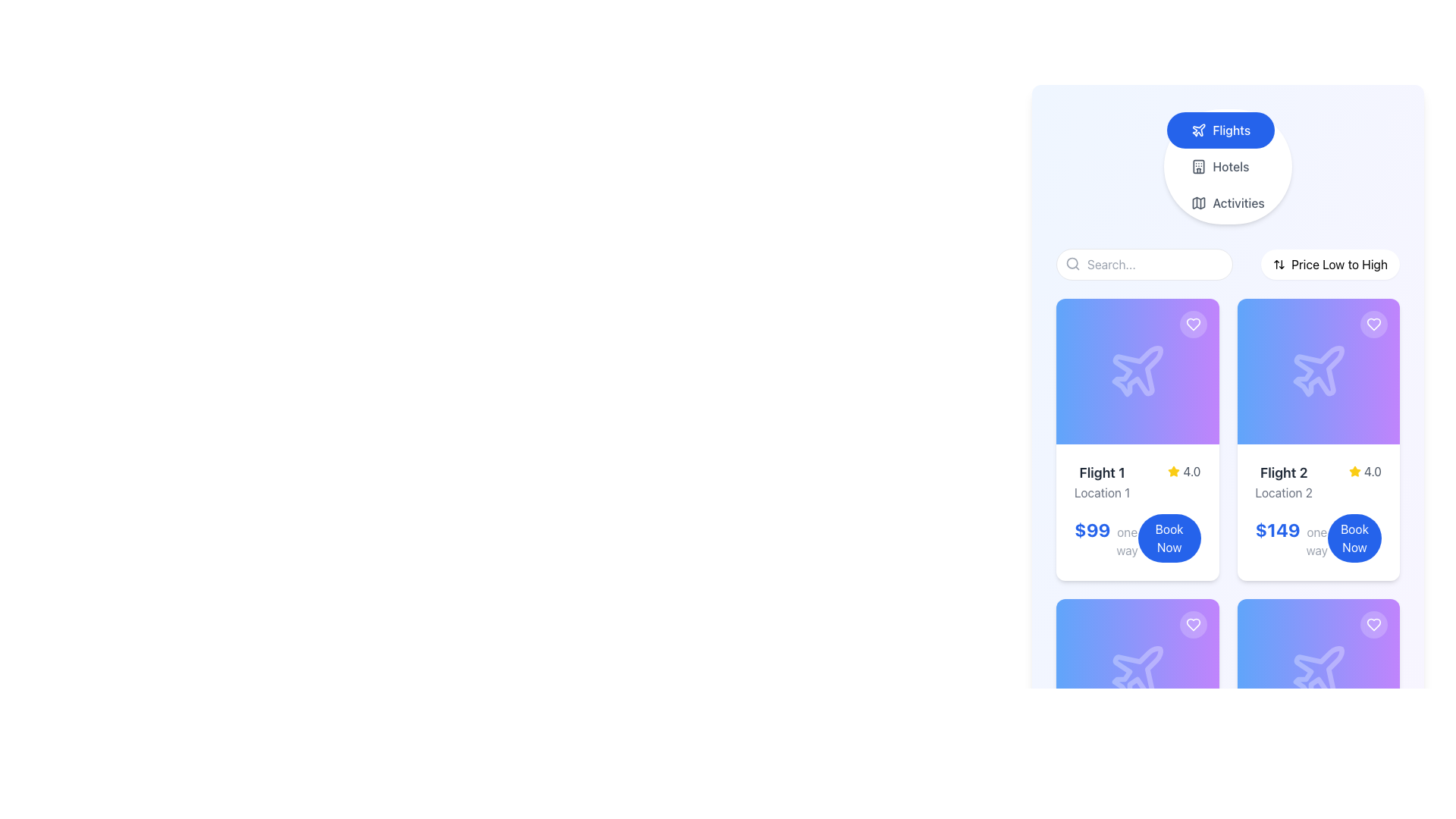 Image resolution: width=1456 pixels, height=819 pixels. Describe the element at coordinates (1339, 263) in the screenshot. I see `the text label on the right side of the page` at that location.